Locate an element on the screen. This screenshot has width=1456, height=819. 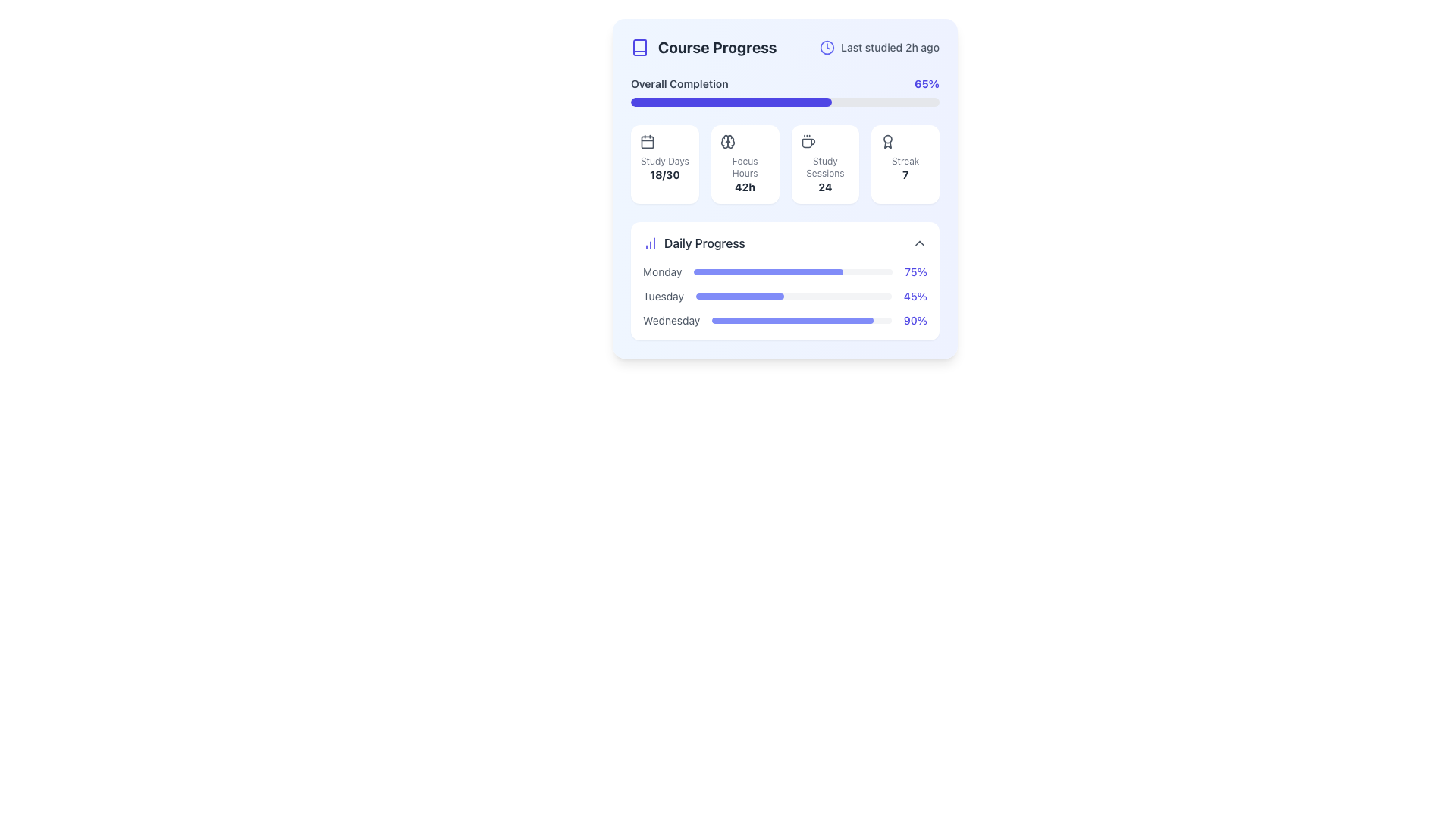
displayed text '42h' in the 'Focus Hours' label located in the second card under the 'Course Progress' section of the dashboard is located at coordinates (745, 186).